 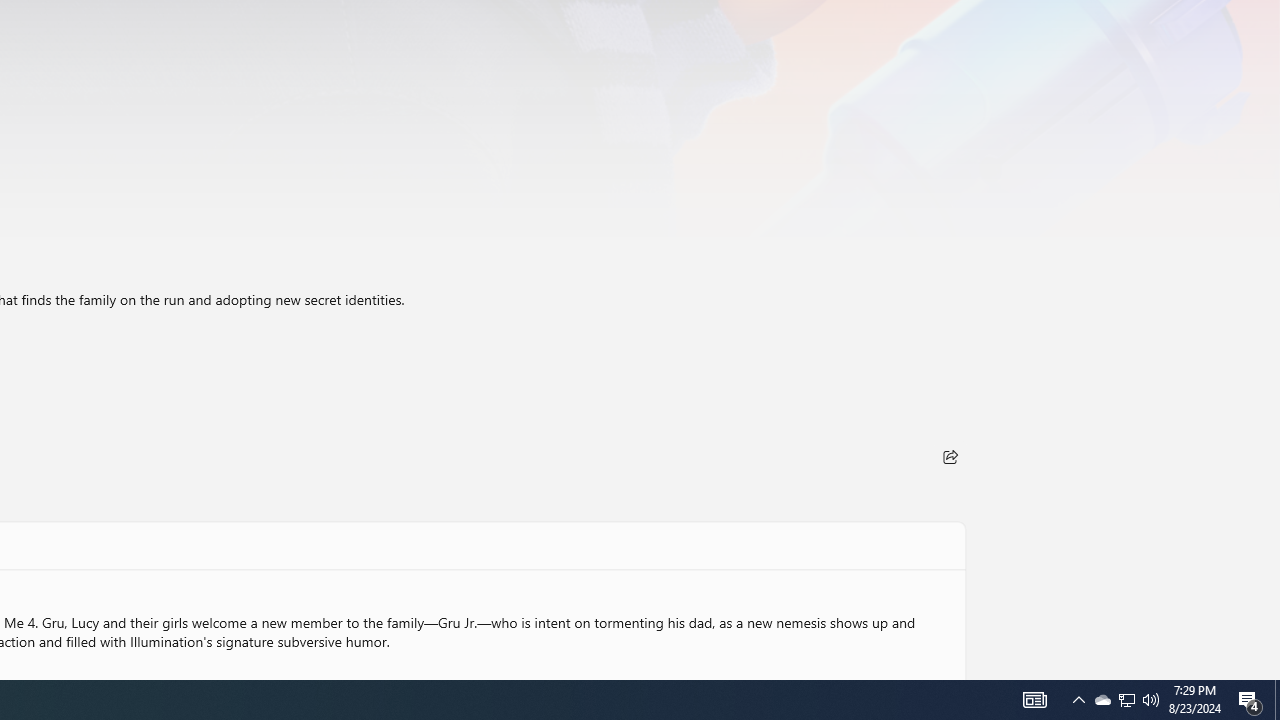 What do you see at coordinates (949, 456) in the screenshot?
I see `'Share'` at bounding box center [949, 456].